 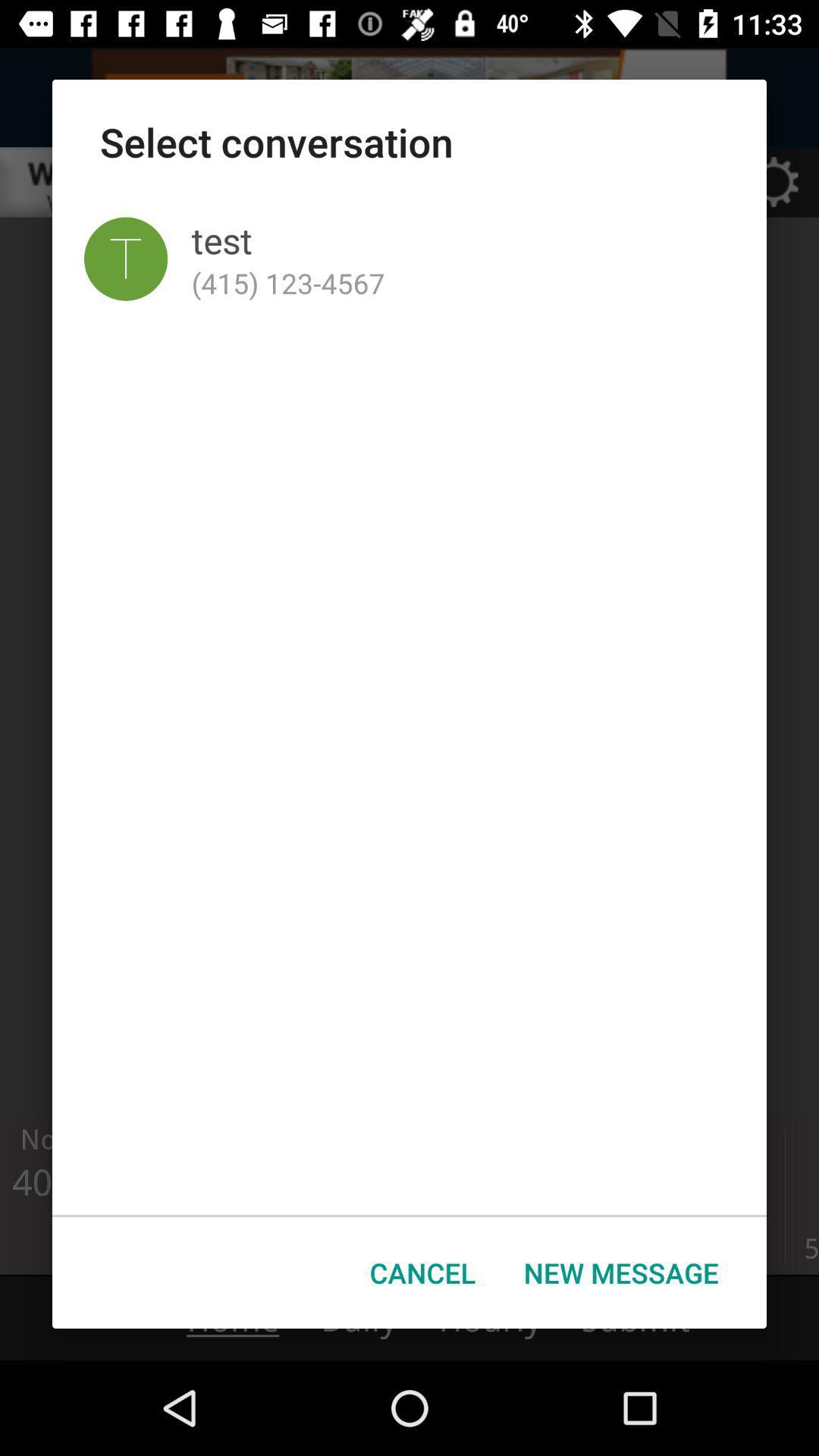 I want to click on the button to the right of the cancel item, so click(x=621, y=1272).